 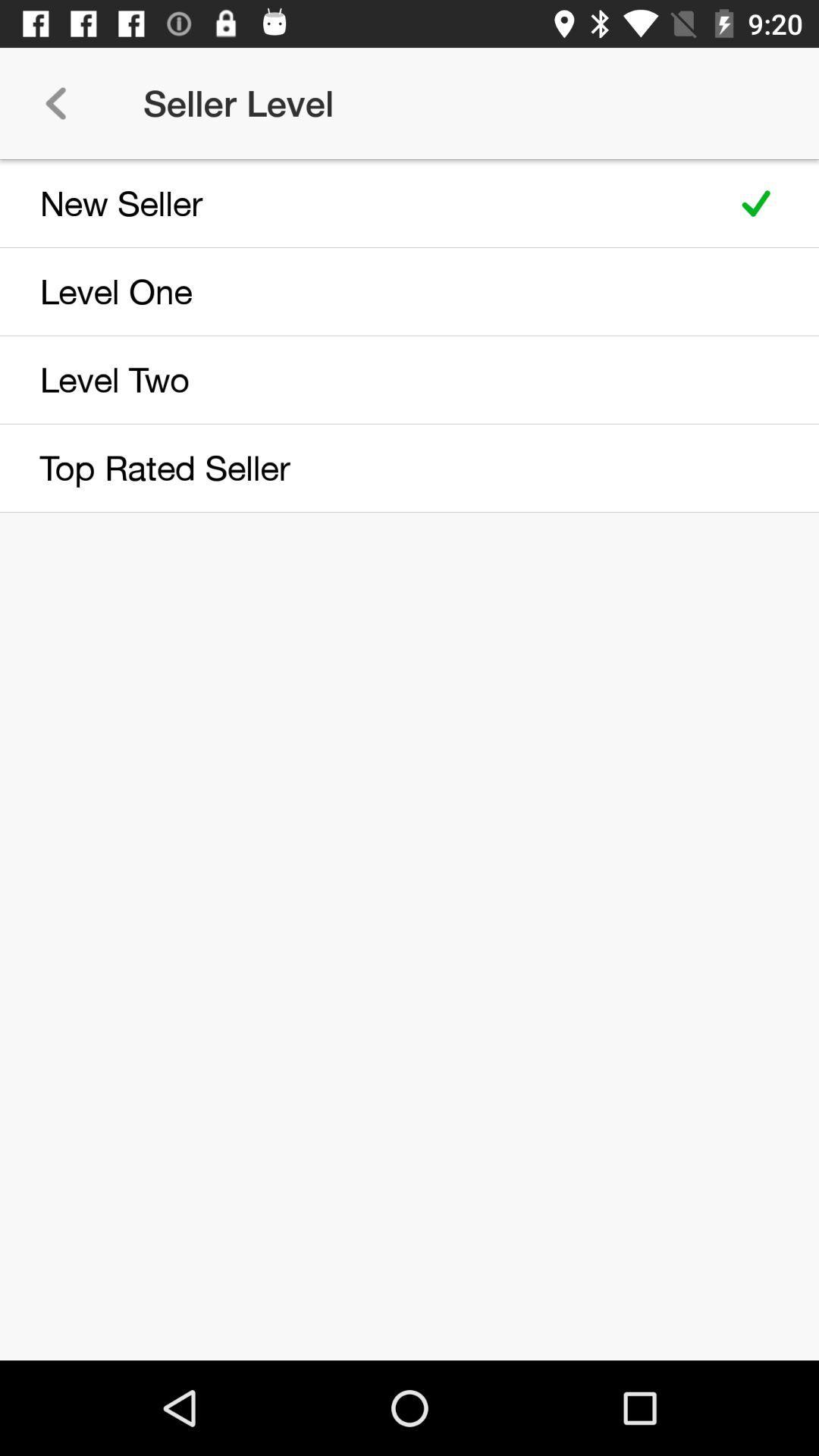 I want to click on the level one icon, so click(x=358, y=291).